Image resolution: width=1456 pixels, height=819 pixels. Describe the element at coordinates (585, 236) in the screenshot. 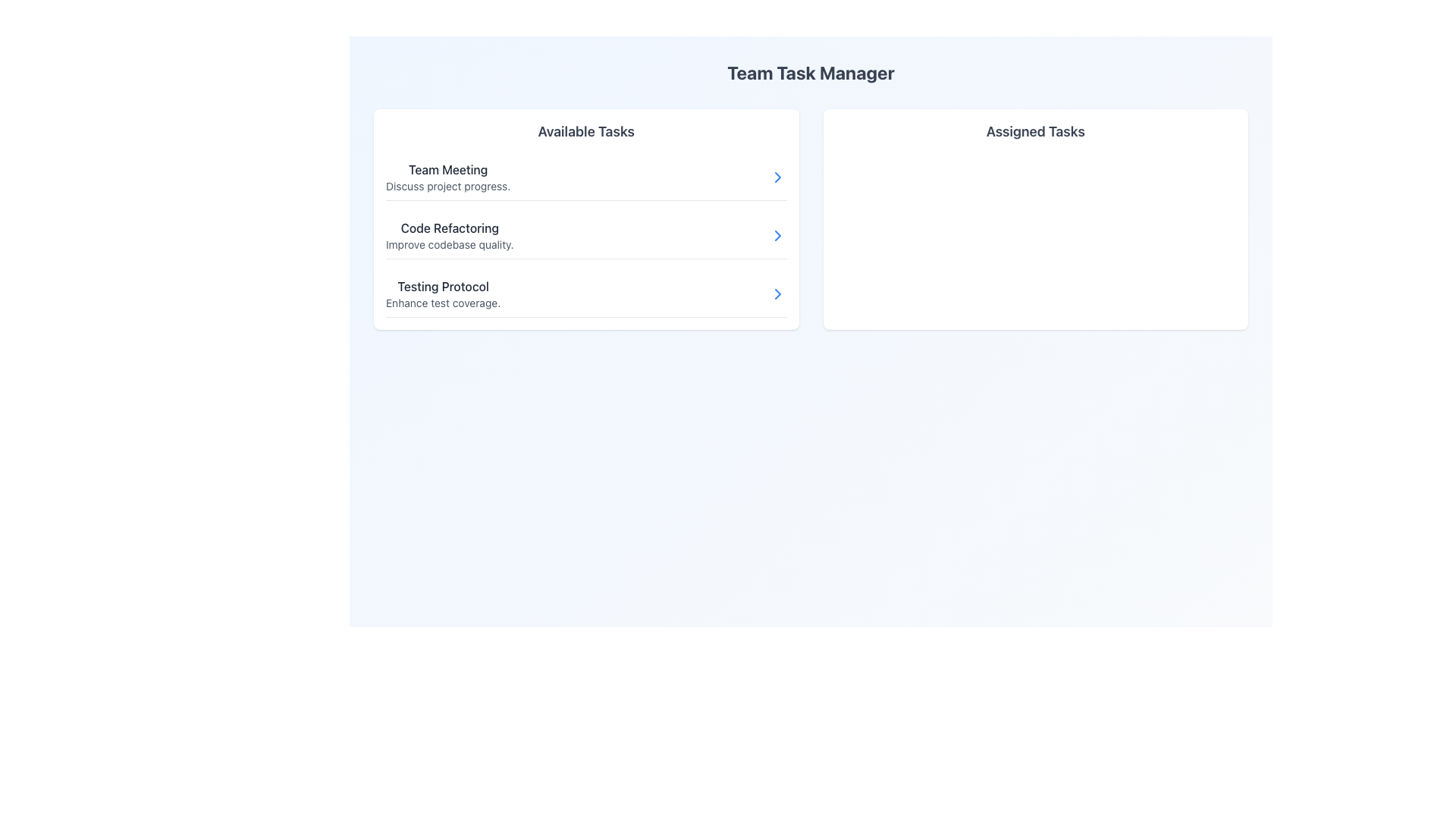

I see `the task list item for 'Code Refactoring'` at that location.